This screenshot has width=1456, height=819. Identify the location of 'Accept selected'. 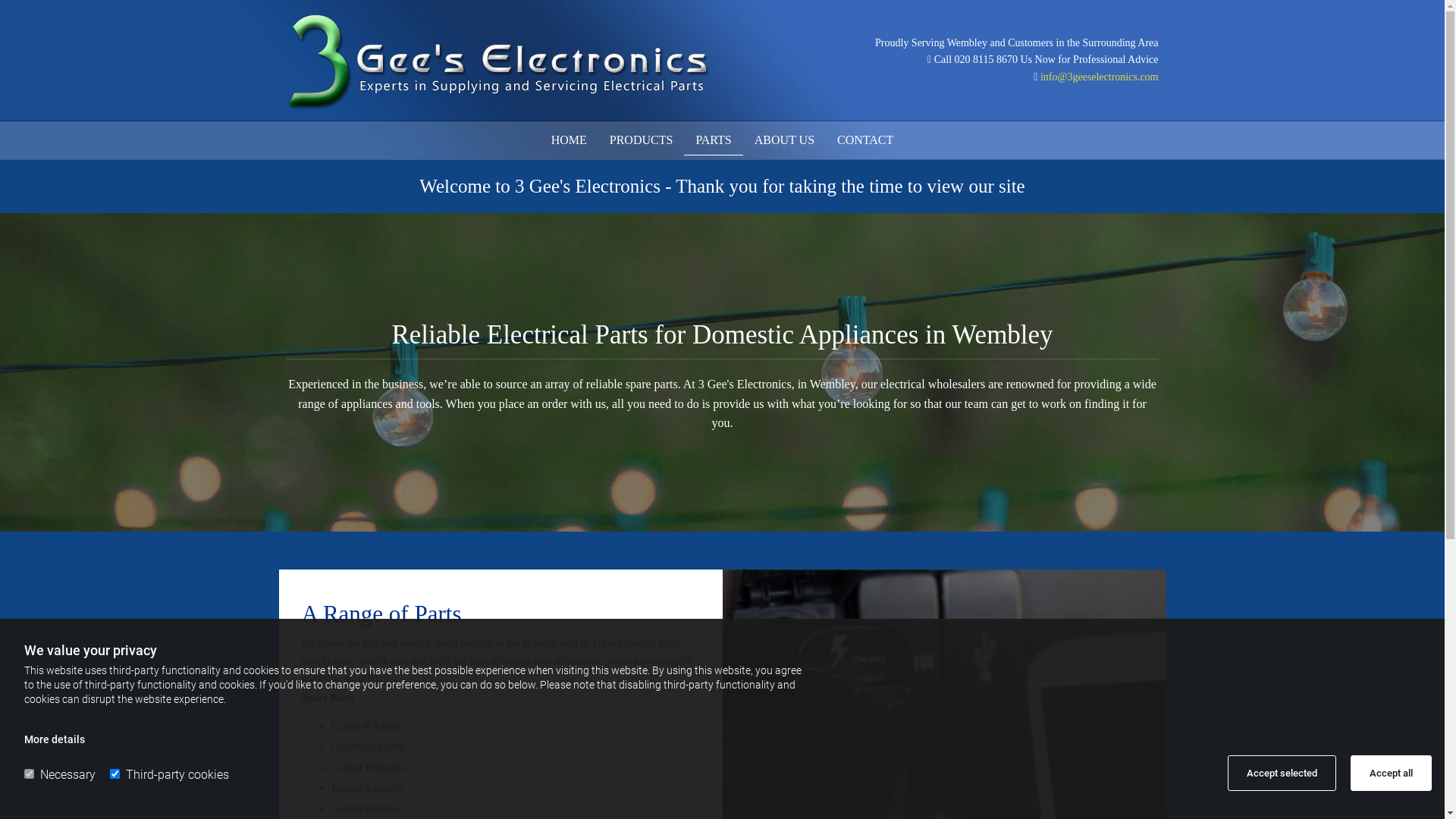
(1281, 773).